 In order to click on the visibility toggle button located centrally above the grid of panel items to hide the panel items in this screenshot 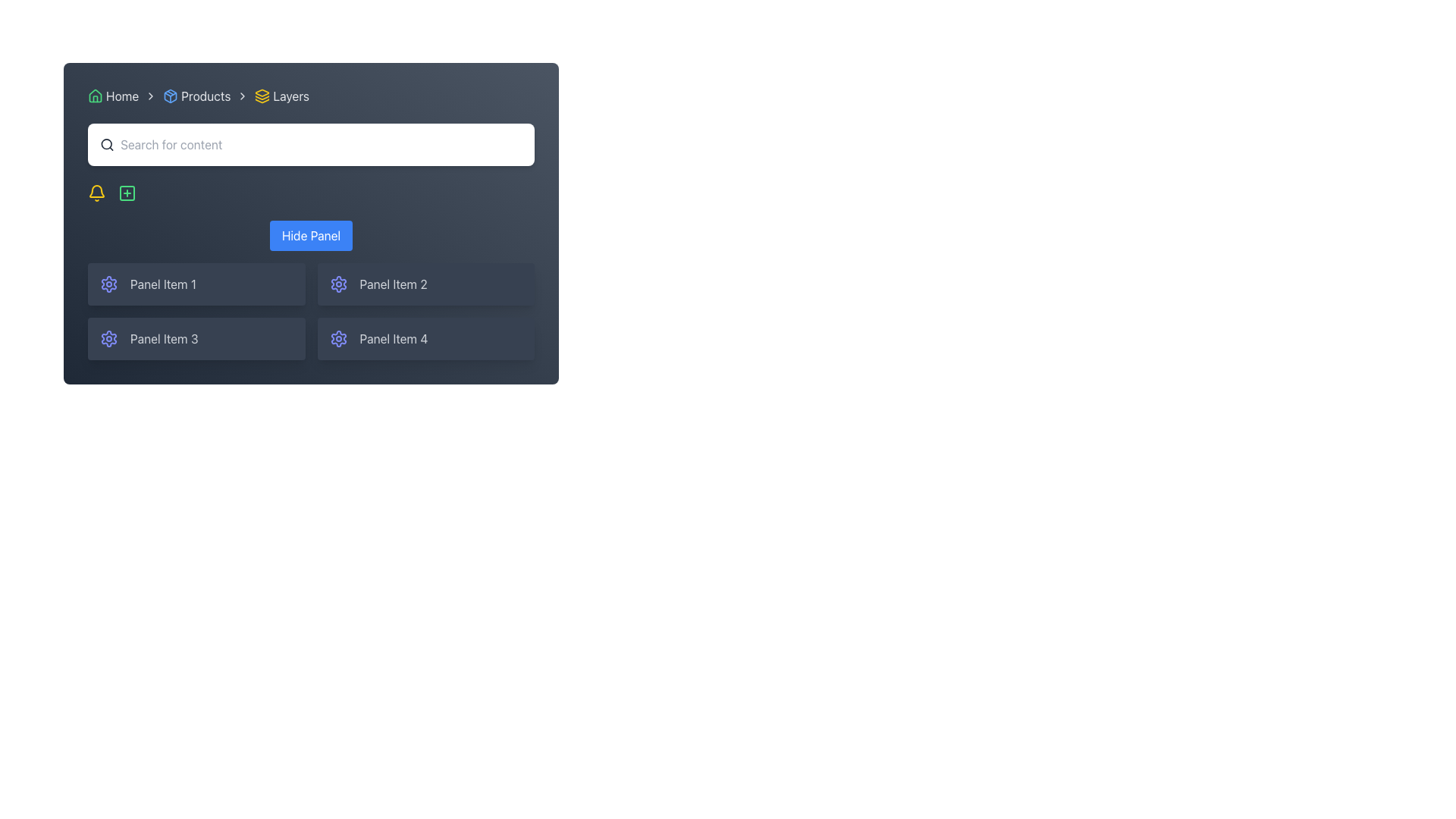, I will do `click(310, 236)`.